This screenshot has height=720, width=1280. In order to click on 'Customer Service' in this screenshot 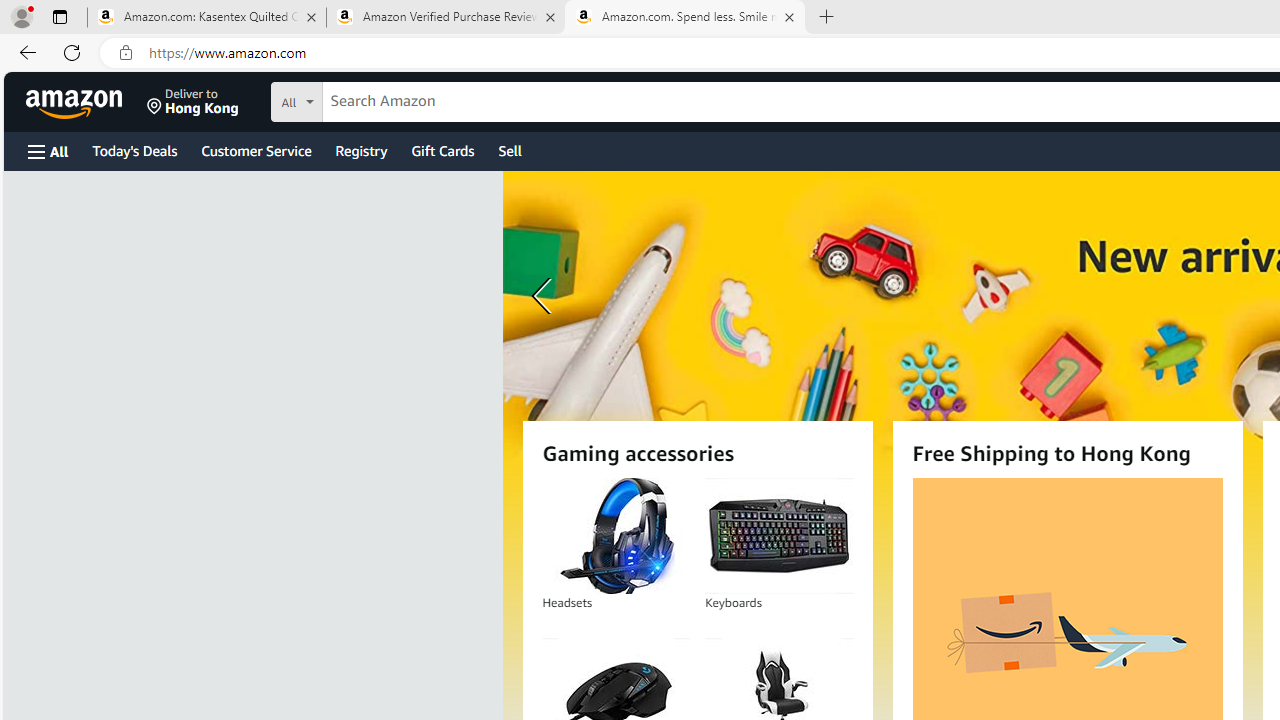, I will do `click(255, 149)`.